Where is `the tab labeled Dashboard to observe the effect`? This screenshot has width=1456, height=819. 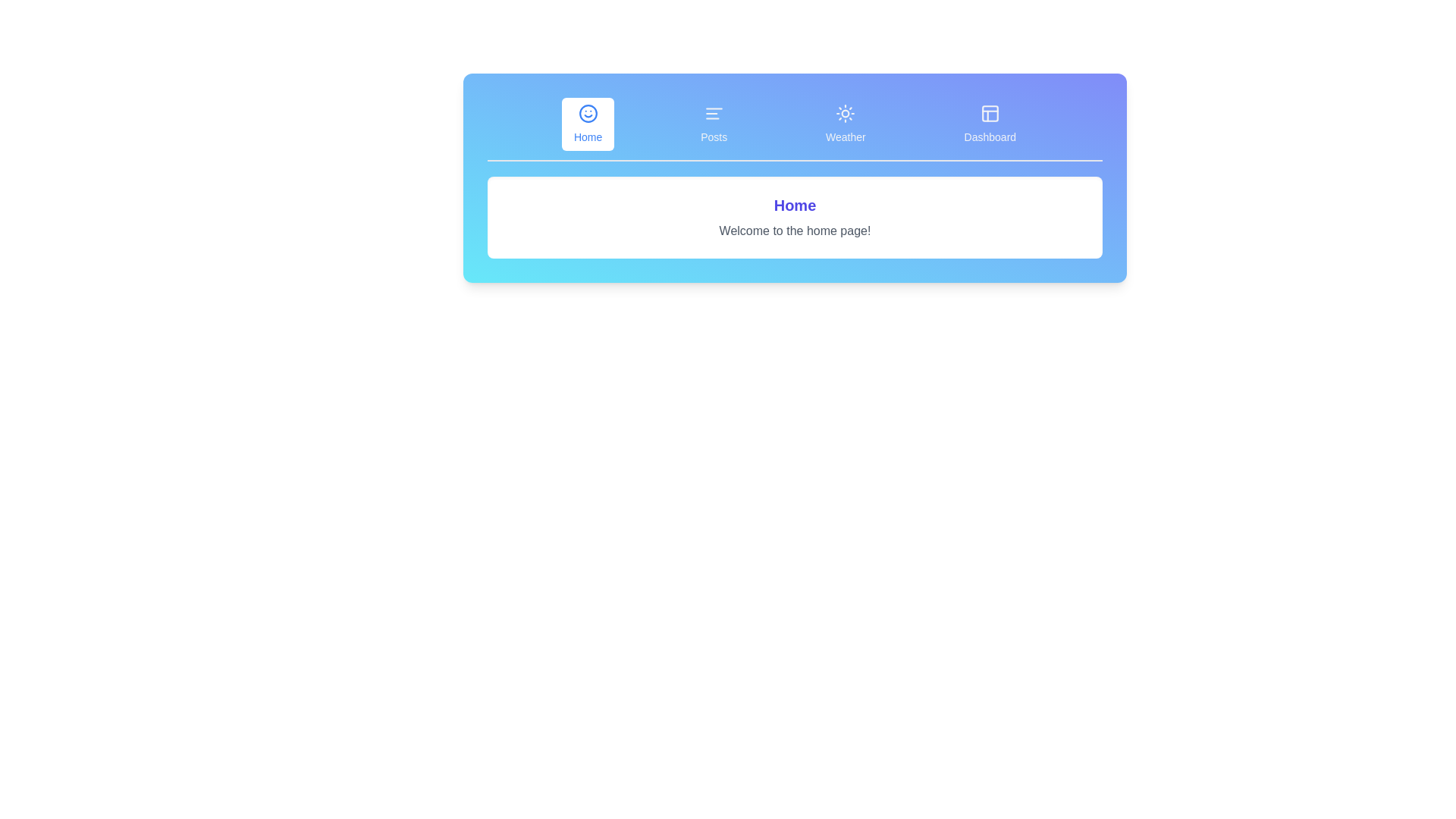
the tab labeled Dashboard to observe the effect is located at coordinates (990, 124).